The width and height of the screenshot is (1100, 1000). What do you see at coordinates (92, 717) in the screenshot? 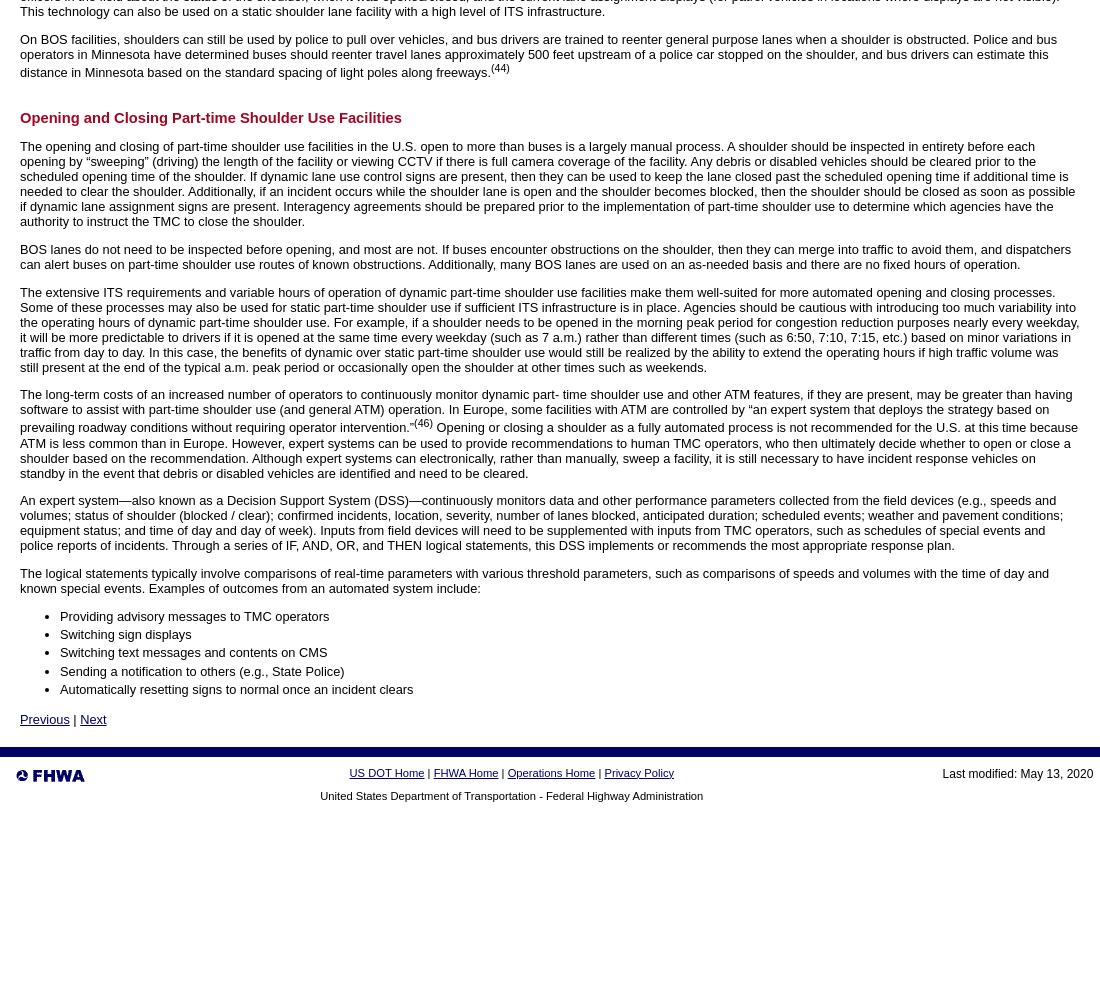
I see `'Next'` at bounding box center [92, 717].